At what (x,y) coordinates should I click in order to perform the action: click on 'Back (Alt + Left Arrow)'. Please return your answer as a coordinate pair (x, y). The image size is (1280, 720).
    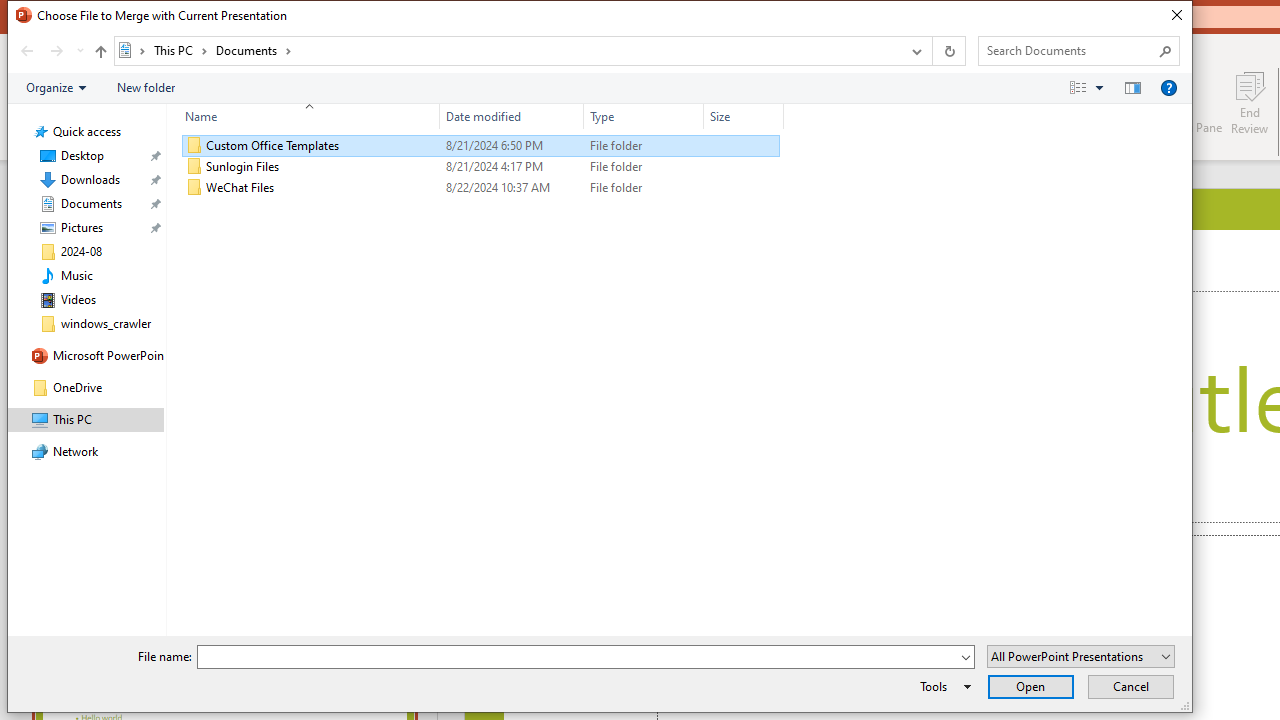
    Looking at the image, I should click on (26, 50).